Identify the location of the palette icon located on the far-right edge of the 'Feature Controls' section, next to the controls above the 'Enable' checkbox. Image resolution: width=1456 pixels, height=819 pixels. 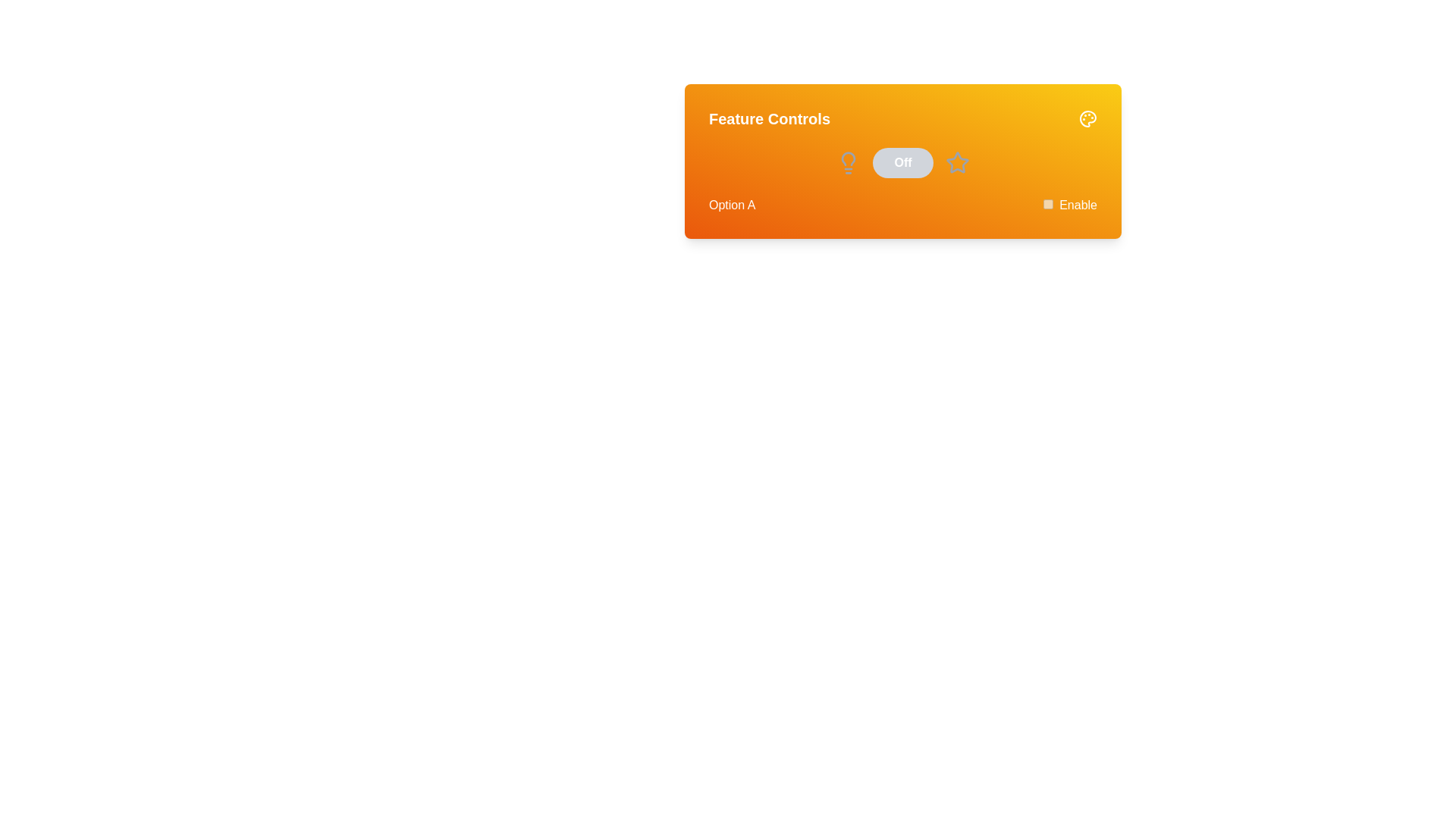
(1087, 118).